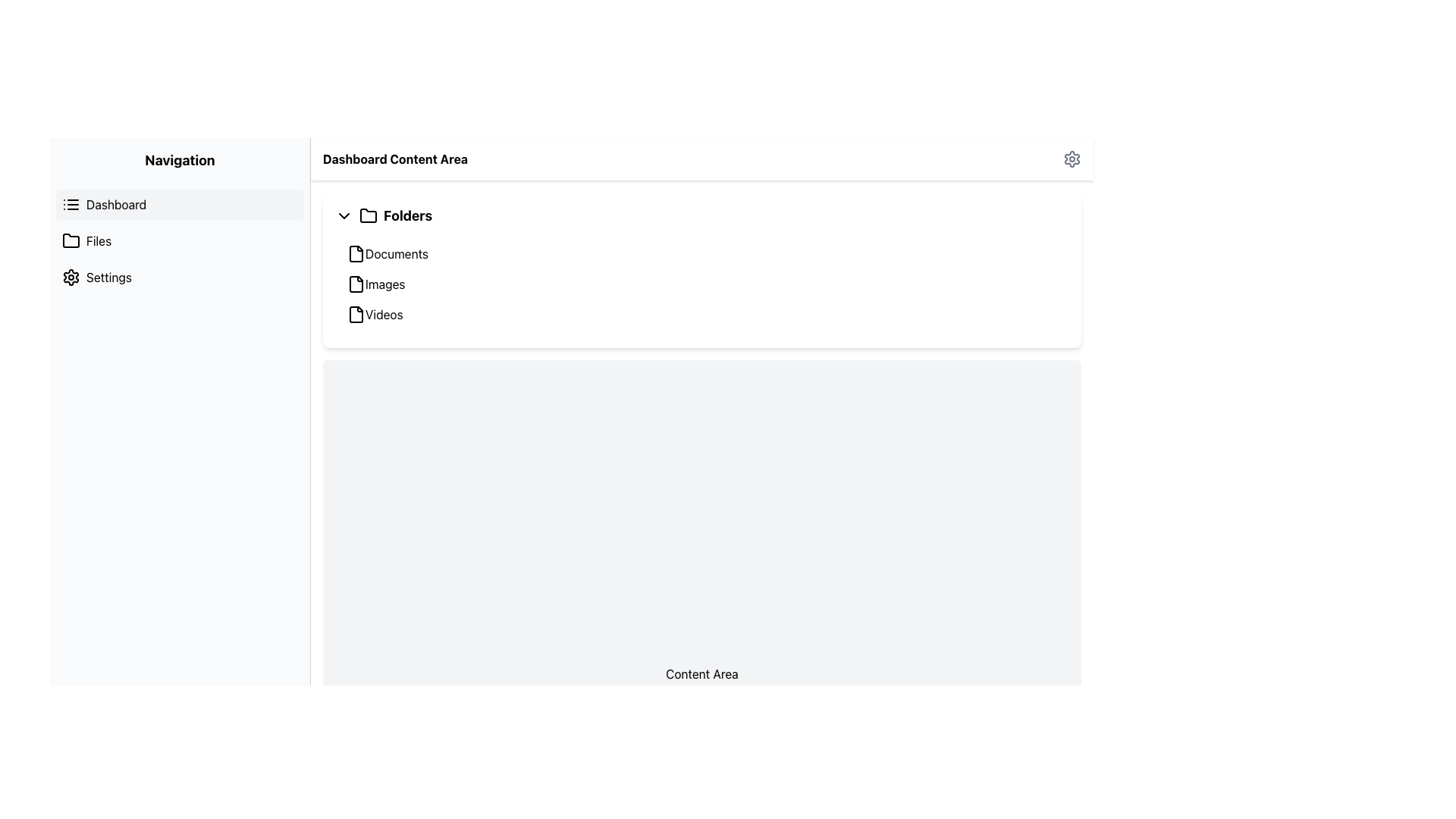 The width and height of the screenshot is (1456, 819). What do you see at coordinates (397, 253) in the screenshot?
I see `the 'Documents' text label located` at bounding box center [397, 253].